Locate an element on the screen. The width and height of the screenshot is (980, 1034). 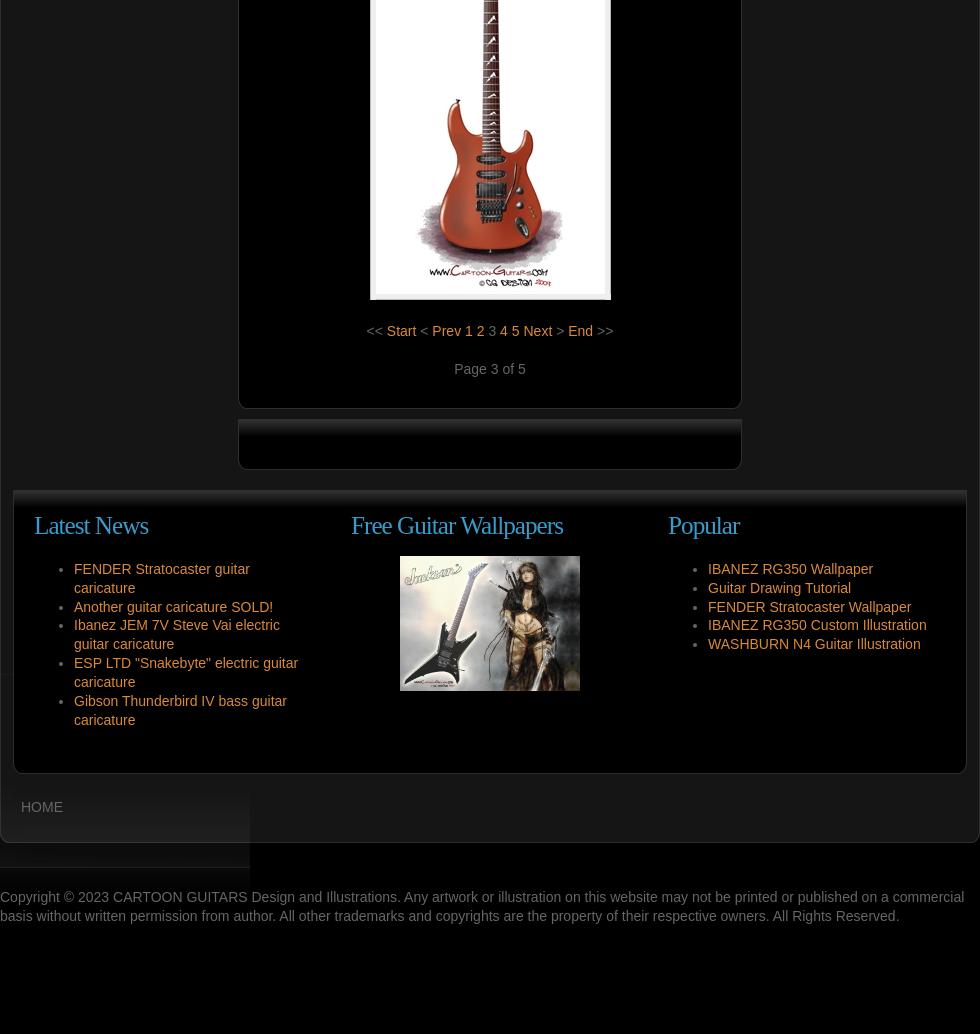
'IBANEZ RG350 Wallpaper' is located at coordinates (790, 567).